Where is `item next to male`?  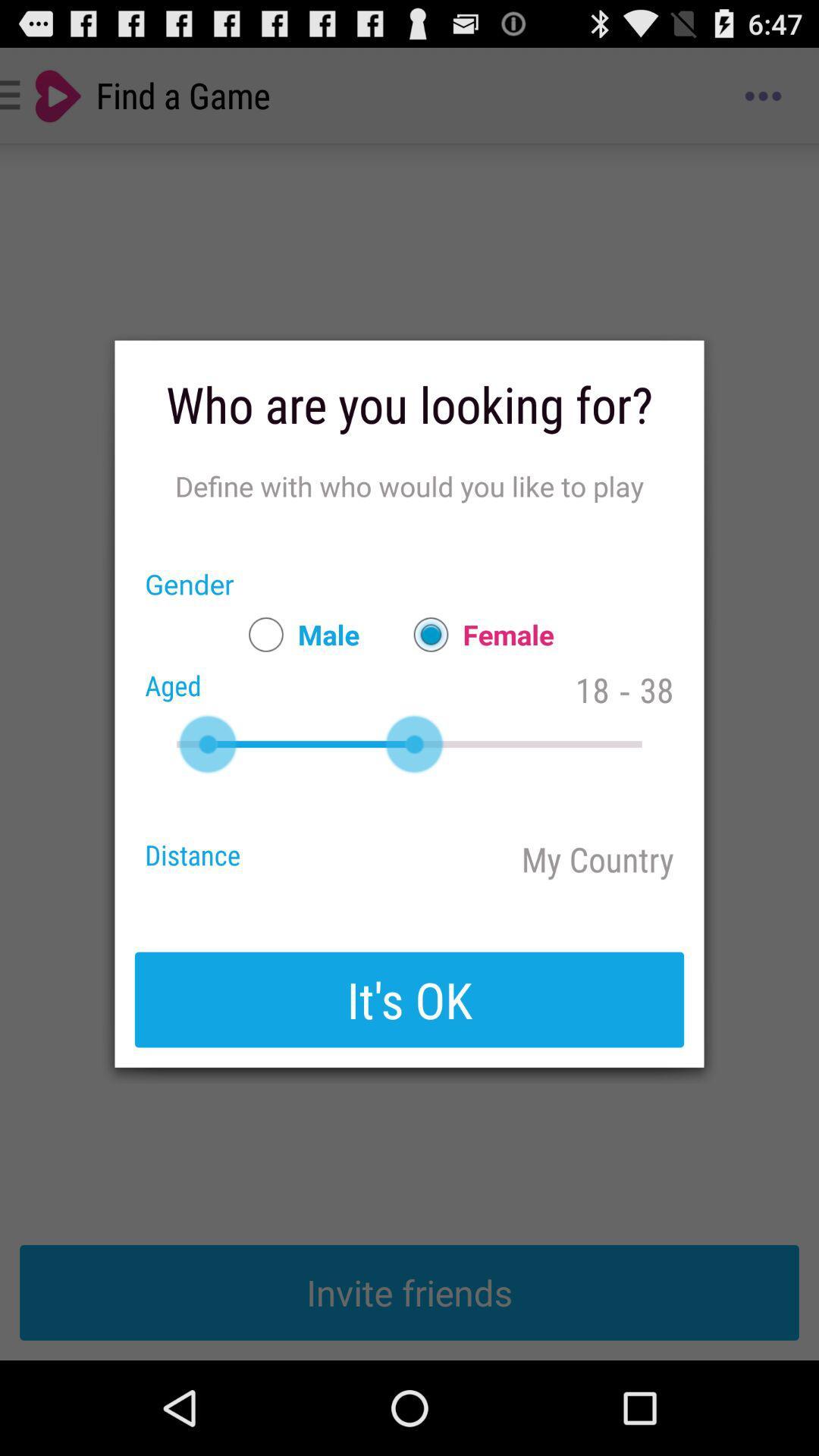
item next to male is located at coordinates (475, 634).